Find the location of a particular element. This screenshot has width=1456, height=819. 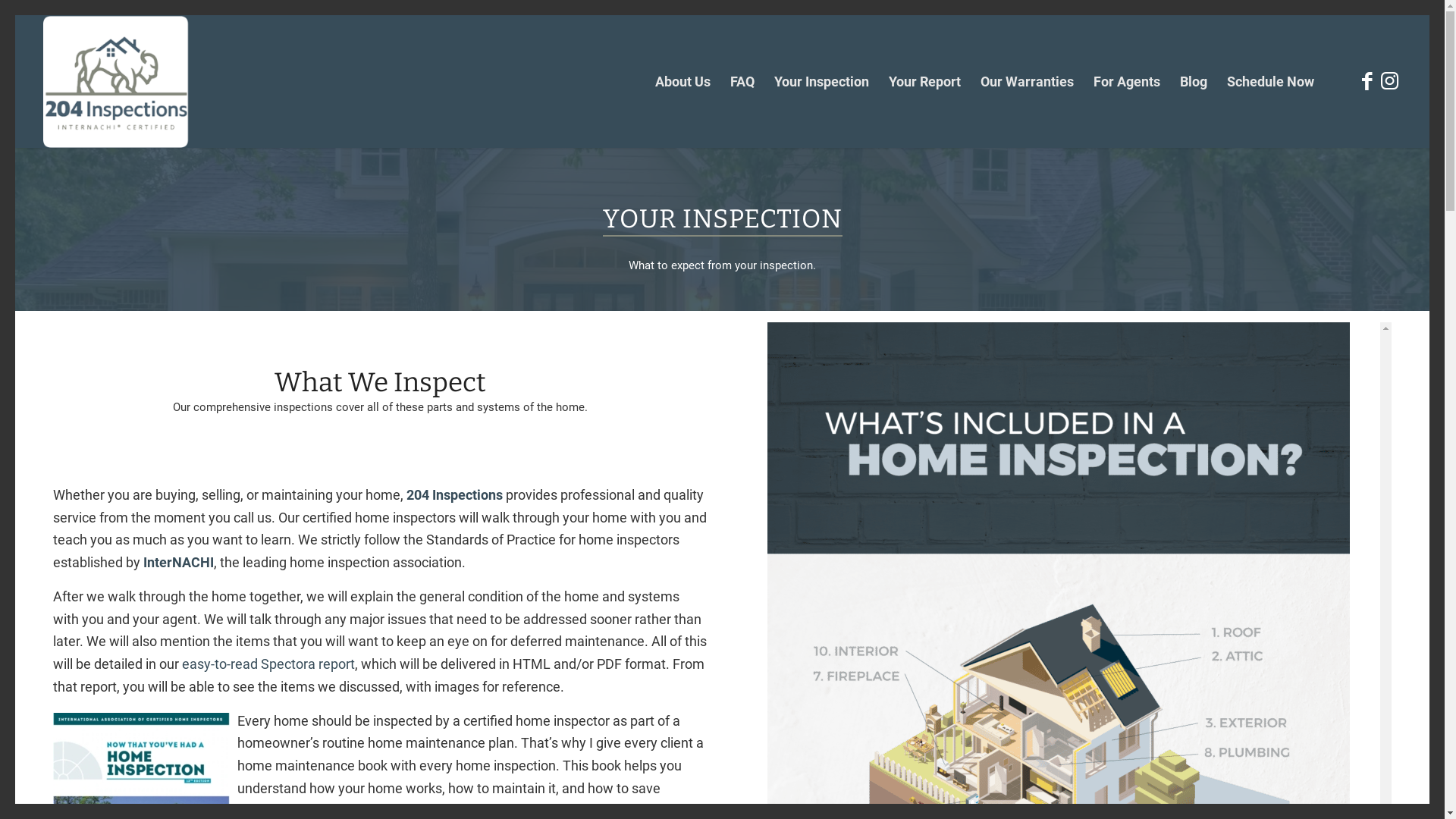

'For Agents' is located at coordinates (1127, 81).